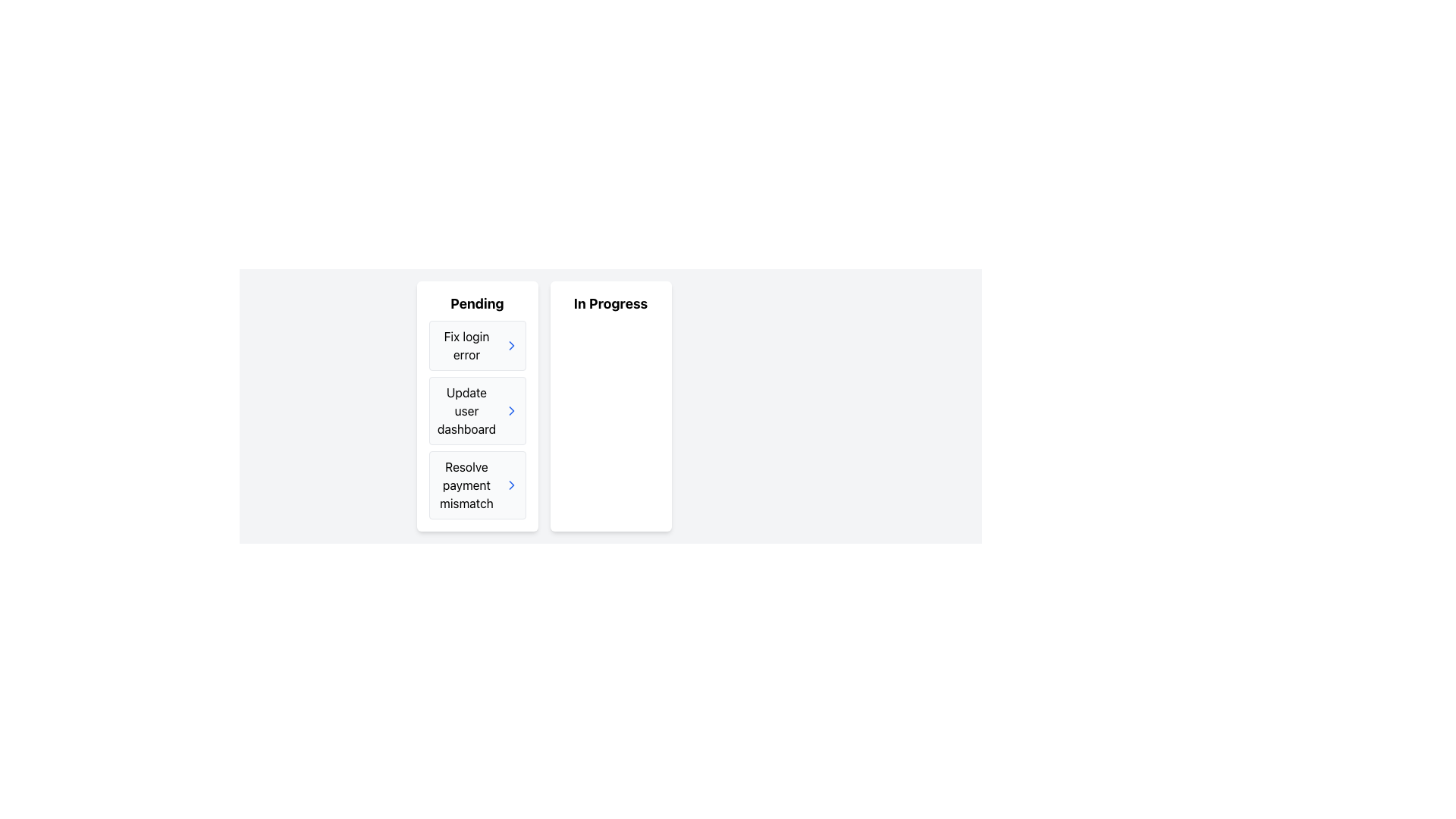 This screenshot has width=1456, height=819. Describe the element at coordinates (511, 411) in the screenshot. I see `the icon button located at the far-right side of the 'Update user dashboard' item in the 'Pending' section` at that location.